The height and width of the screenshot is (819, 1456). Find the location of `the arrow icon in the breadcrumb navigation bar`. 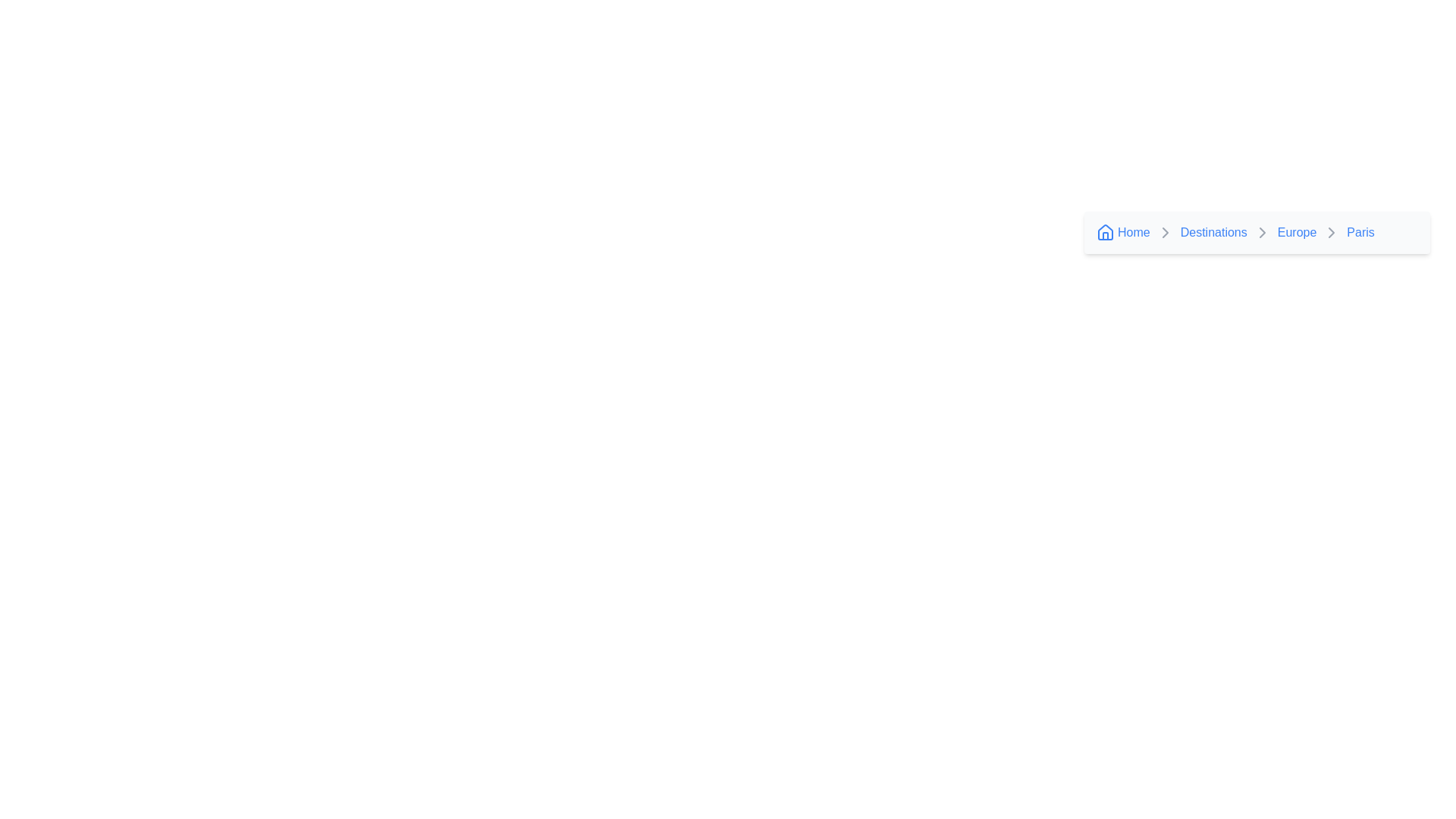

the arrow icon in the breadcrumb navigation bar is located at coordinates (1164, 233).